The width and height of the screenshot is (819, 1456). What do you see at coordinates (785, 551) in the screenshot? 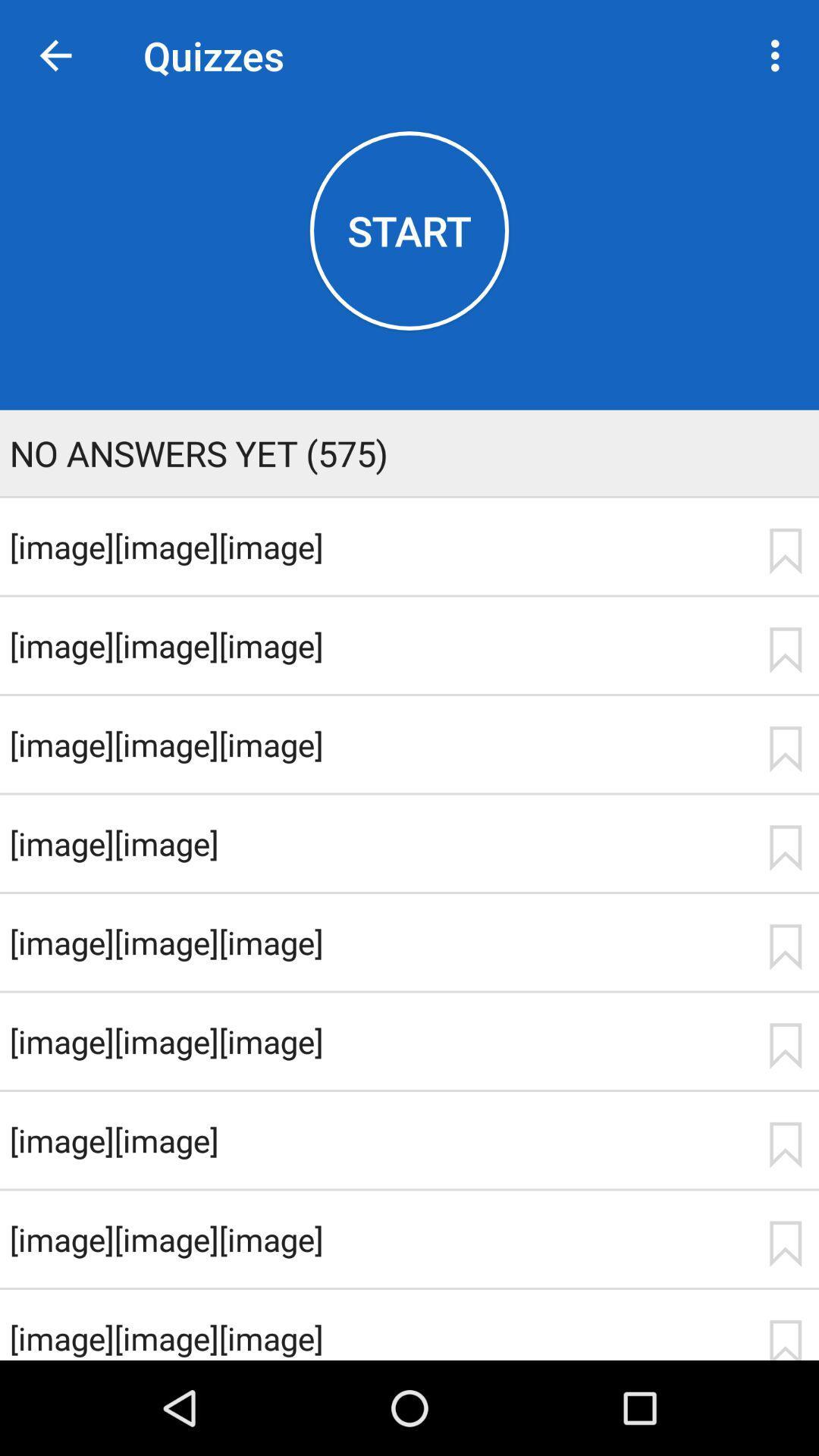
I see `to bookmark` at bounding box center [785, 551].